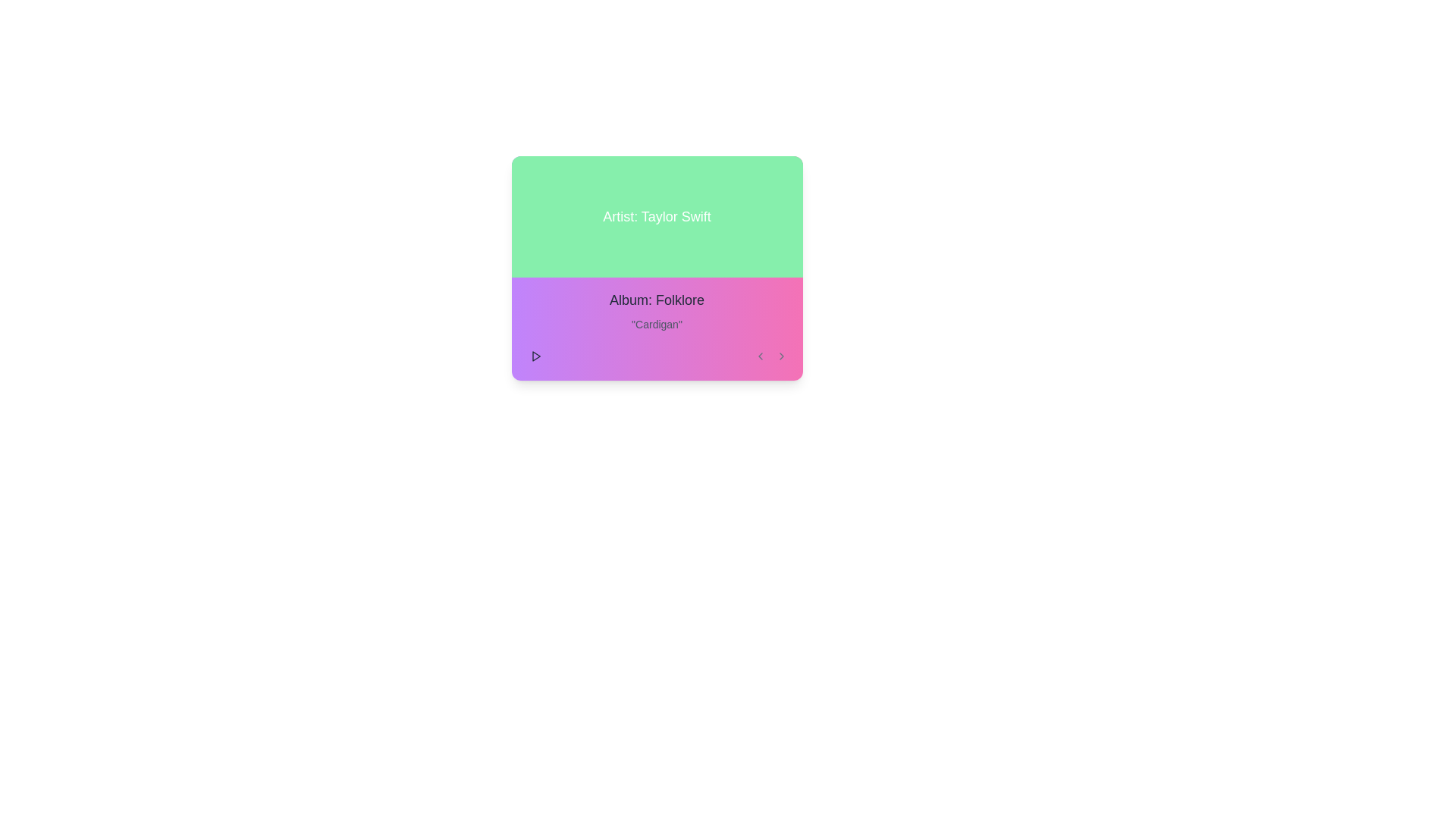  I want to click on the right-facing arrow button located at the bottom right corner of the card layout, so click(781, 356).